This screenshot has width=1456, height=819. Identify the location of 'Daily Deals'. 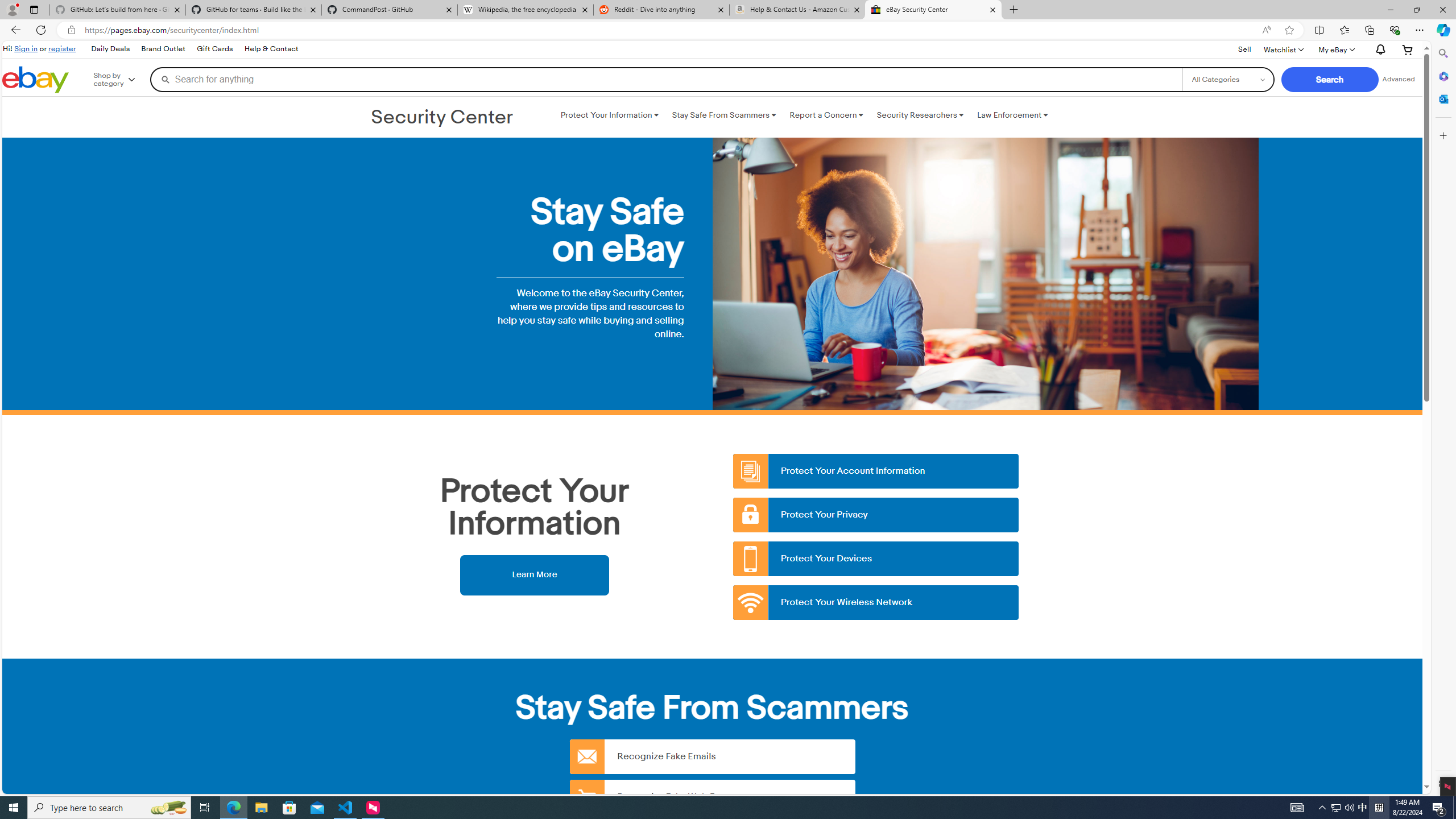
(109, 49).